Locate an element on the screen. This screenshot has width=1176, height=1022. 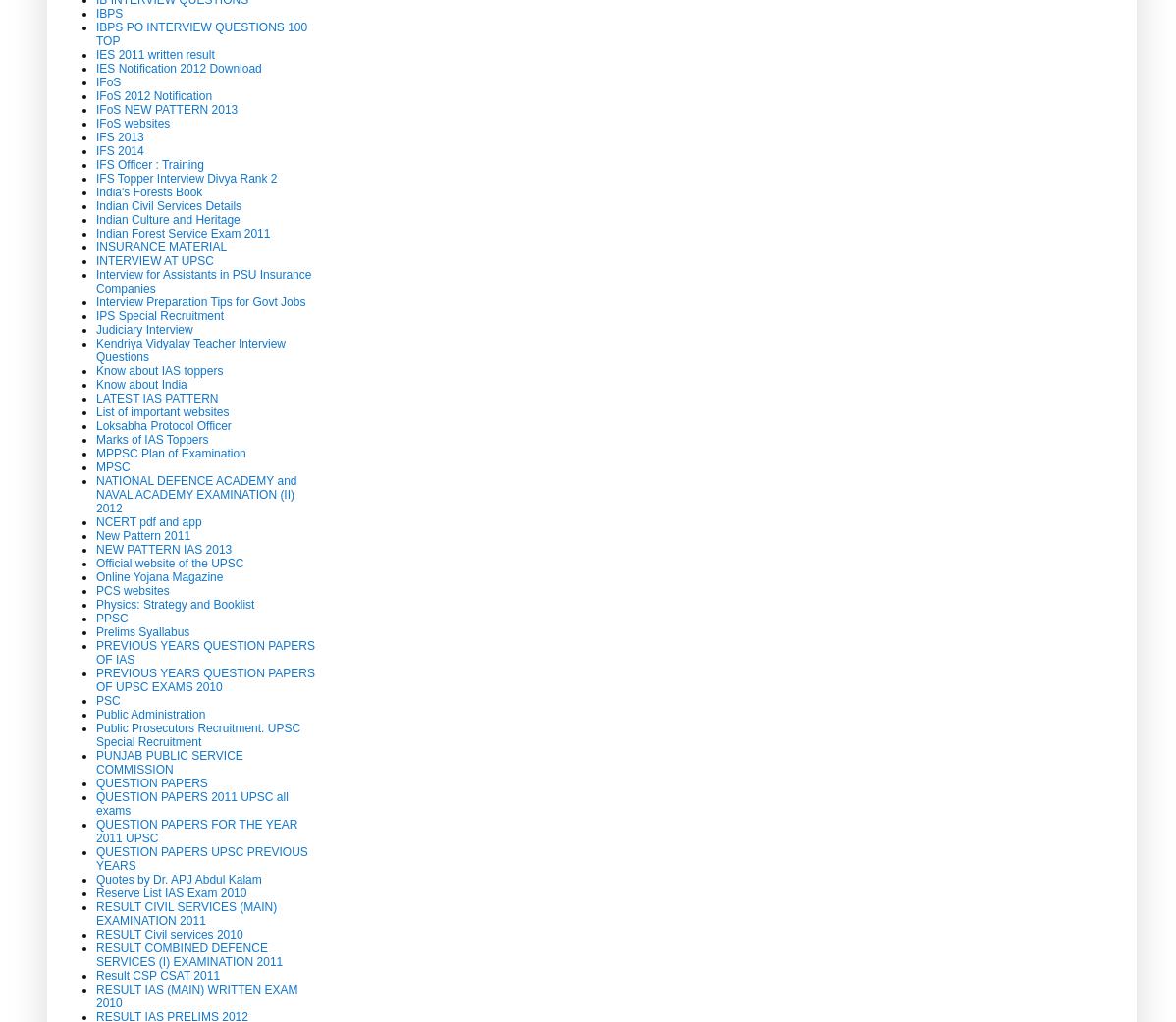
'QUESTION PAPERS UPSC PREVIOUS YEARS' is located at coordinates (95, 857).